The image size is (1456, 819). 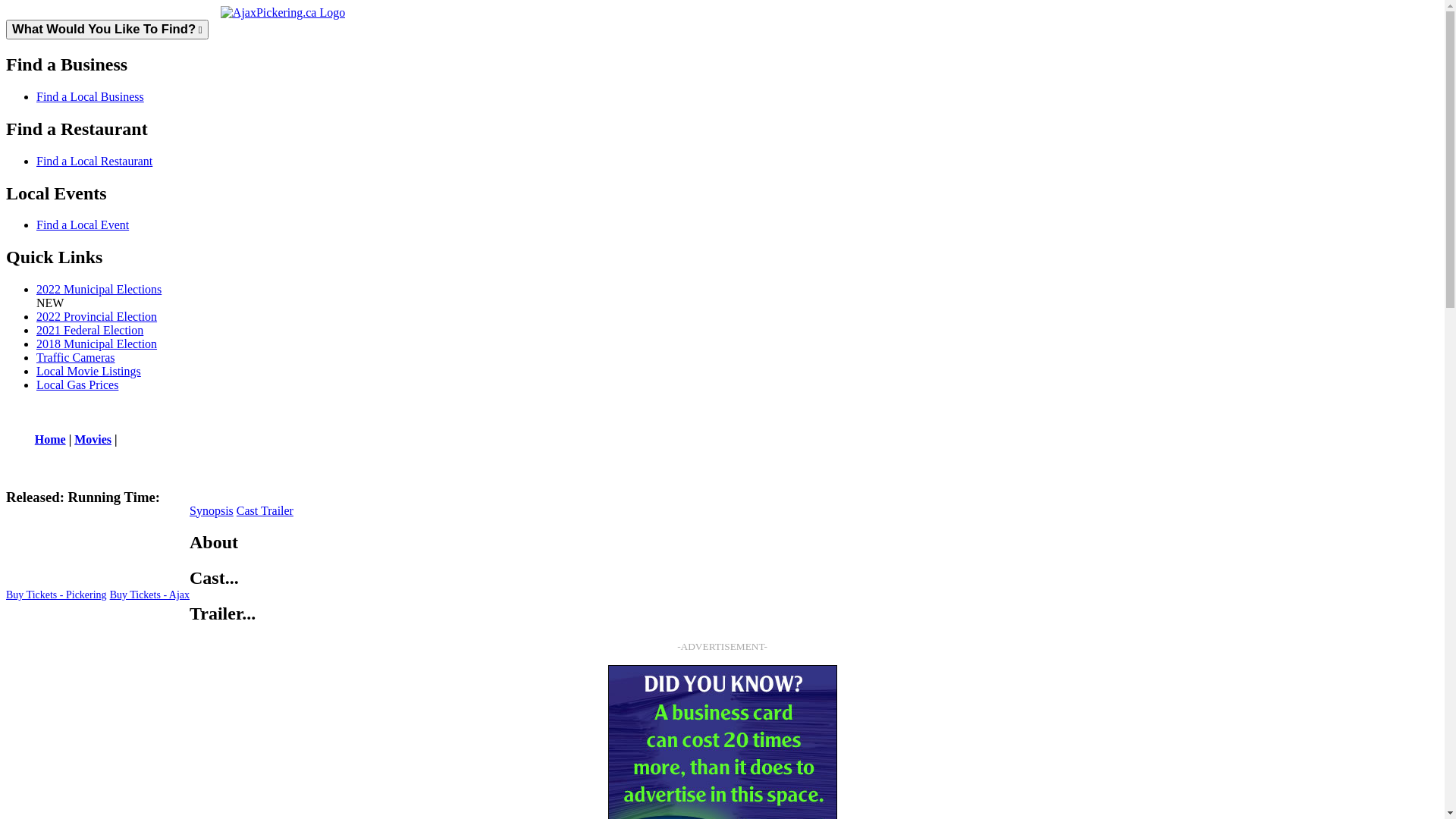 What do you see at coordinates (149, 595) in the screenshot?
I see `'Buy Tickets - Ajax'` at bounding box center [149, 595].